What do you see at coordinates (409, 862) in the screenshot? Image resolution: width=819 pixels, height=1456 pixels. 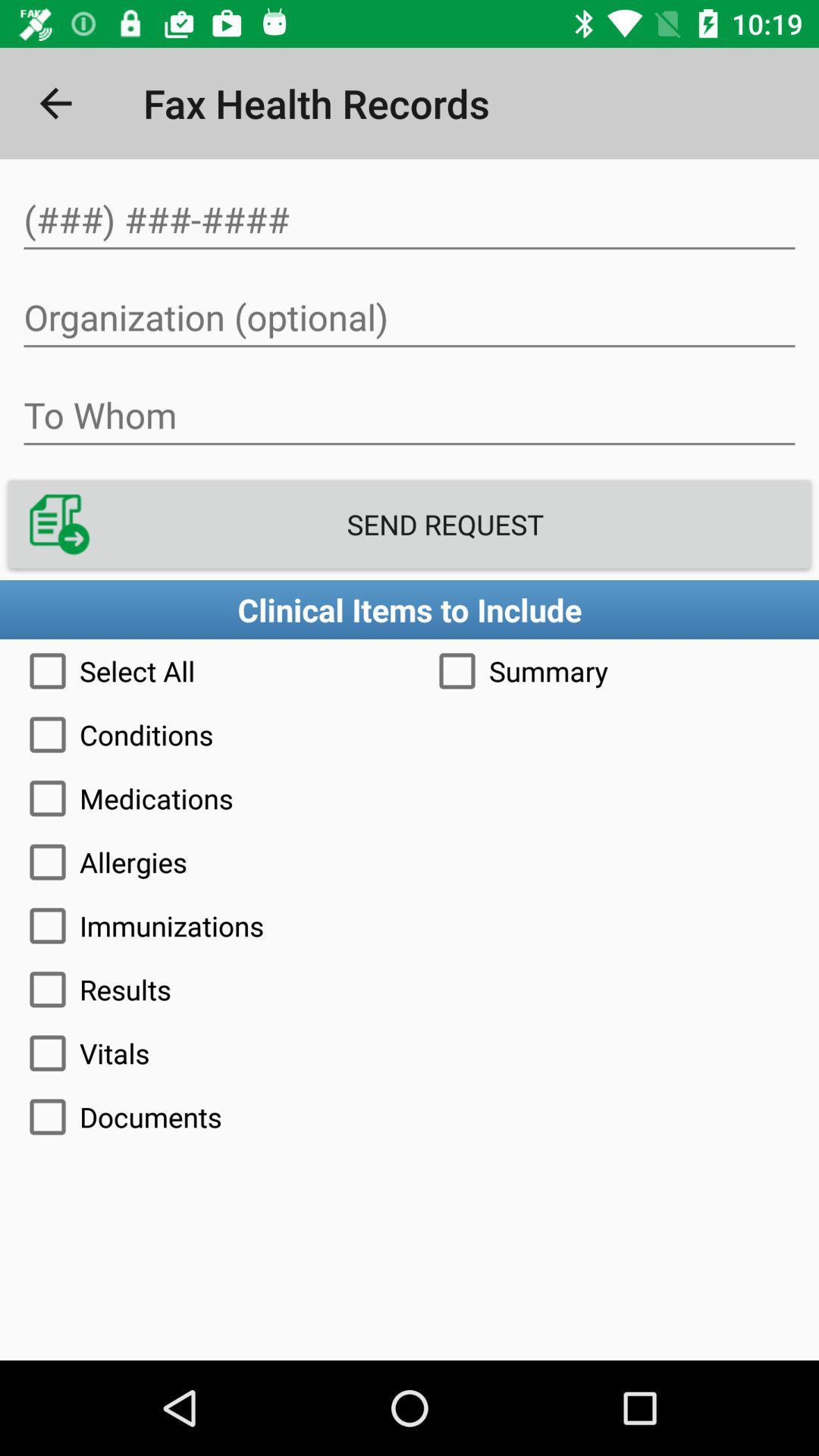 I see `allergies icon` at bounding box center [409, 862].